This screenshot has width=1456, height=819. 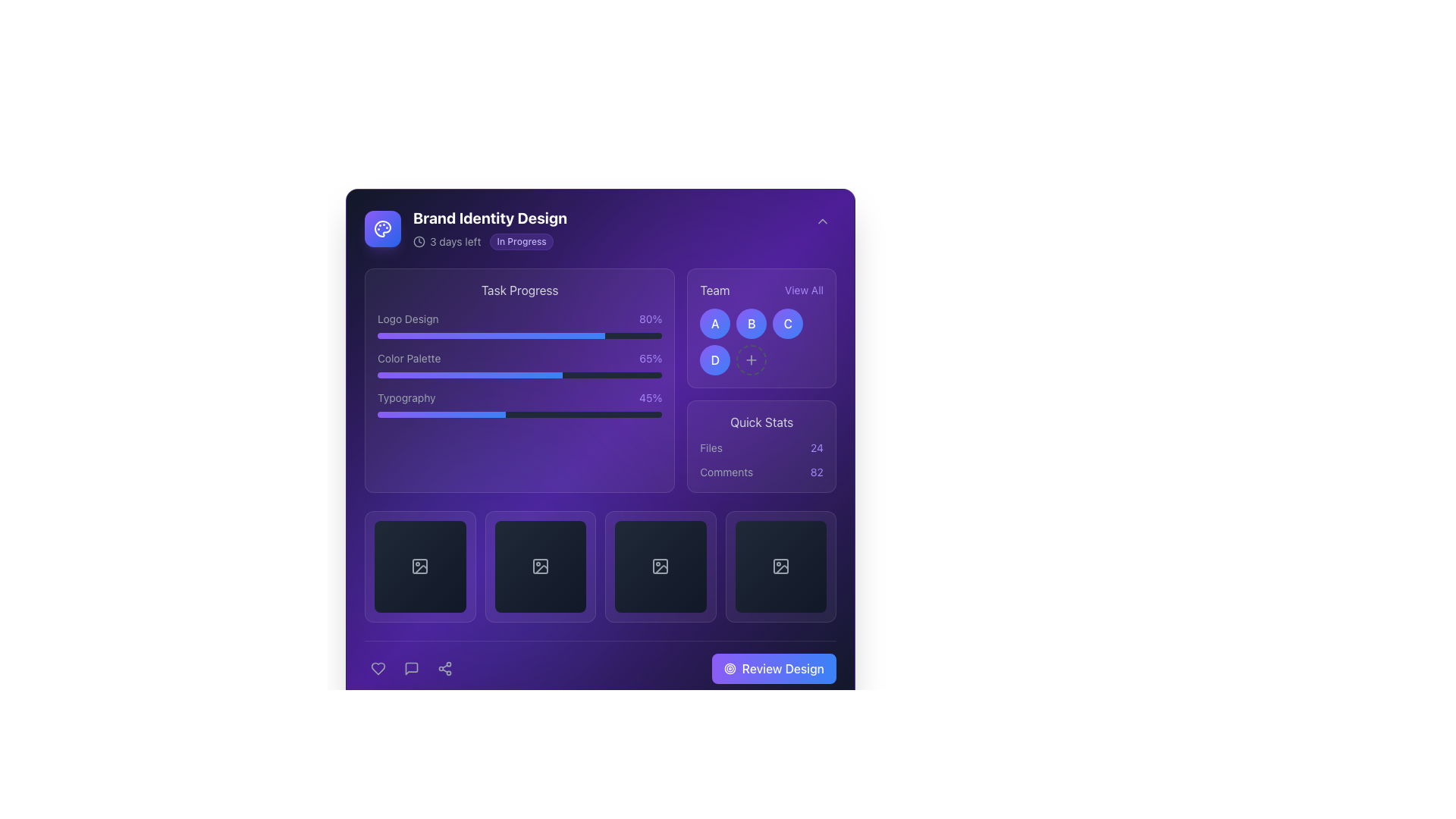 I want to click on the second icon from the left in a row of four icons, which is located within a dark square with rounded corners and a gradient background, so click(x=540, y=566).